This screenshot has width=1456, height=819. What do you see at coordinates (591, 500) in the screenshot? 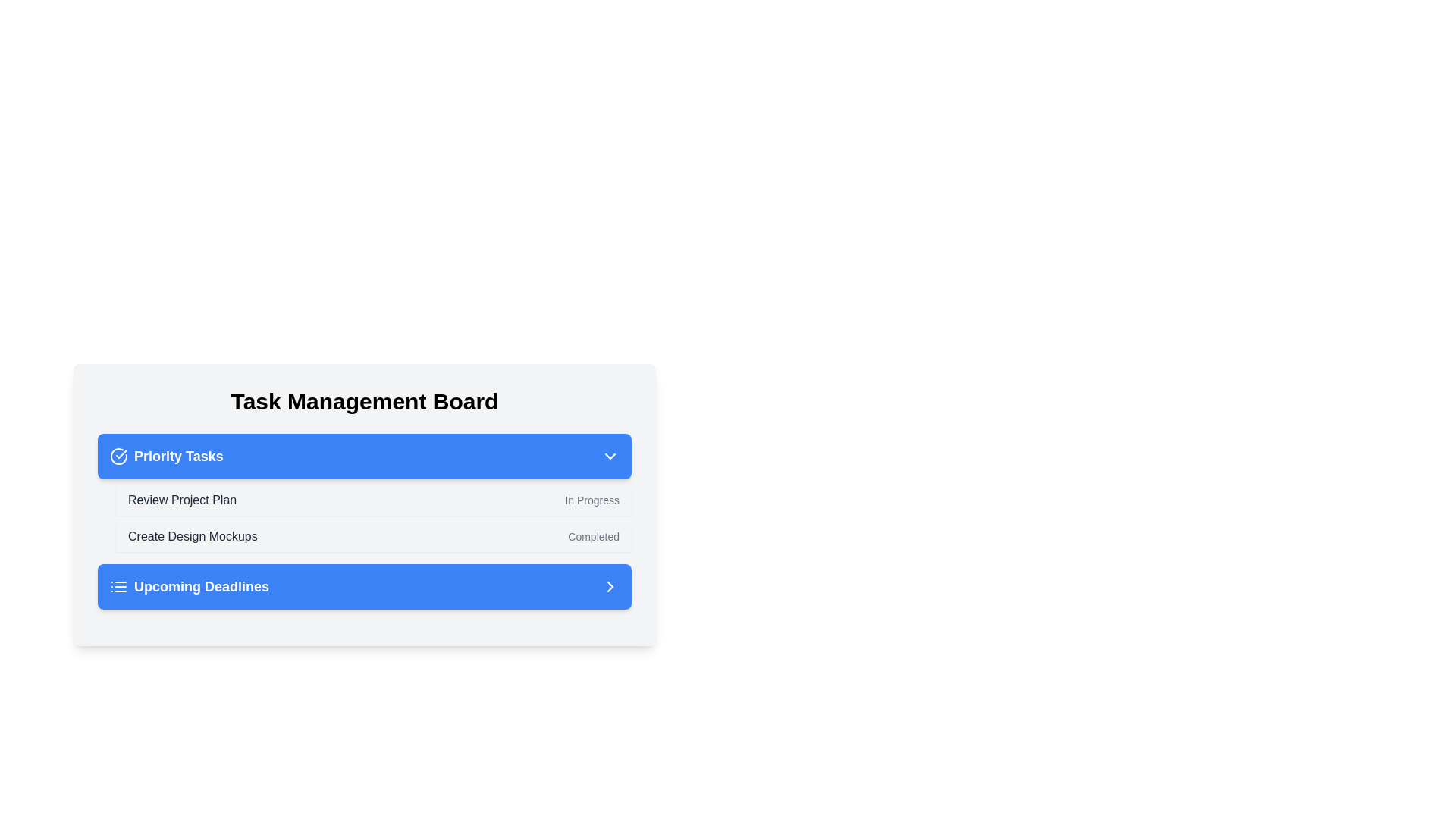
I see `the text label displaying 'In Progress' in the 'Priority Tasks' section, which is aligned to the right side of the 'Review Project Plan' task entry` at bounding box center [591, 500].